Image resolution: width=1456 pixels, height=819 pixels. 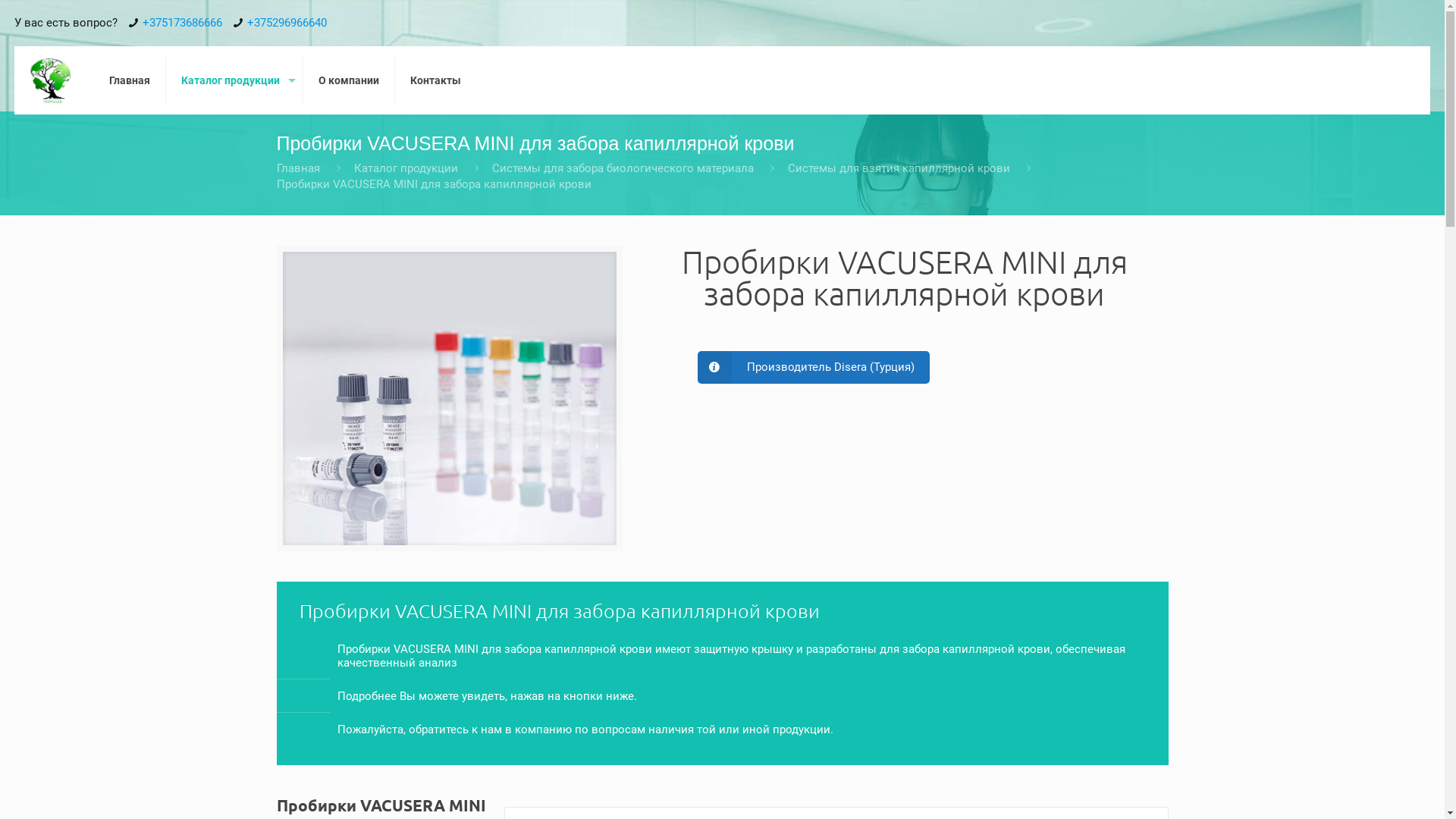 What do you see at coordinates (182, 23) in the screenshot?
I see `'+375173686666'` at bounding box center [182, 23].